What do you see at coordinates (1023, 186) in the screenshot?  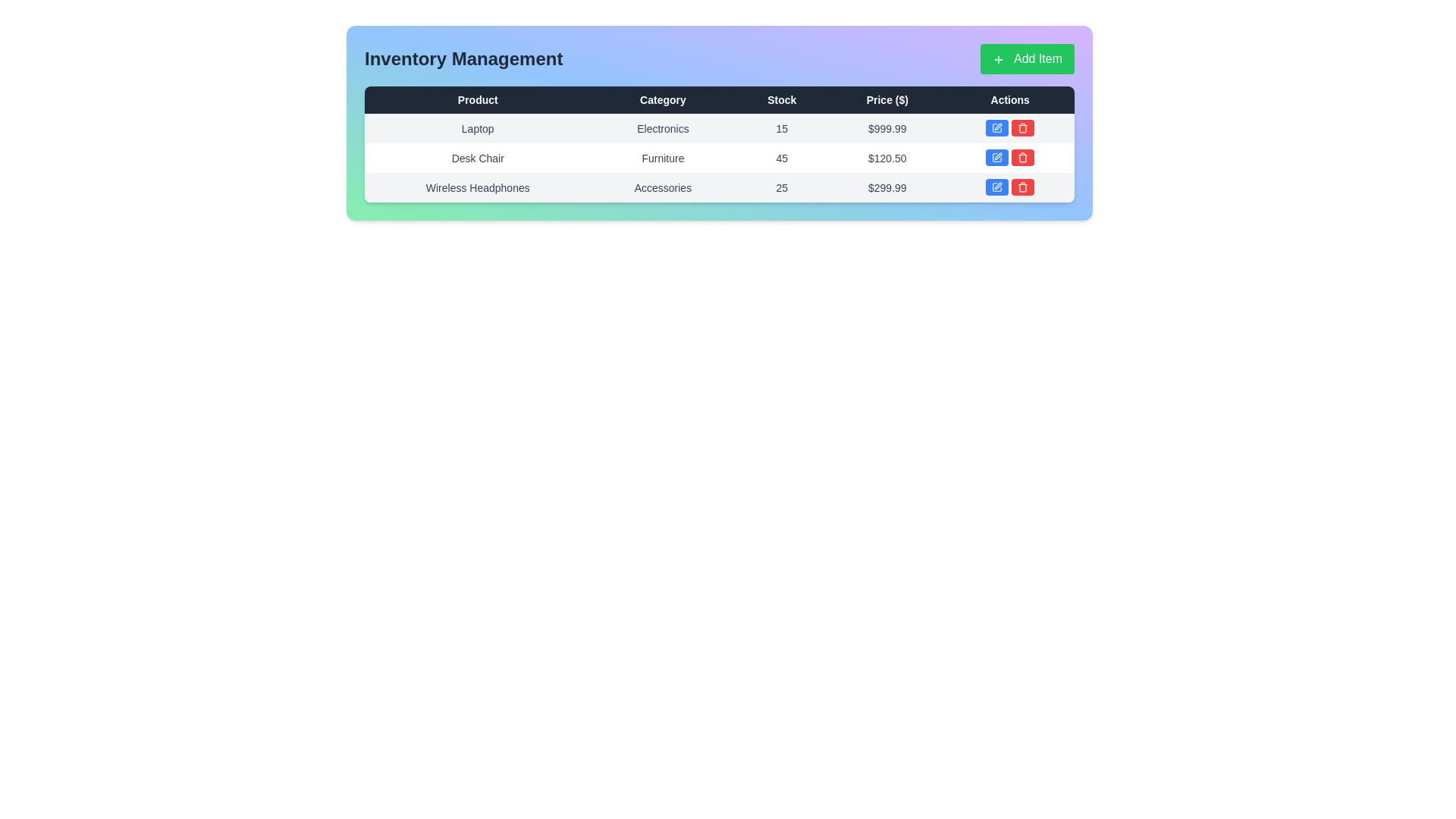 I see `the compact red button with a trash bin icon in the 'Actions' column of the last row` at bounding box center [1023, 186].